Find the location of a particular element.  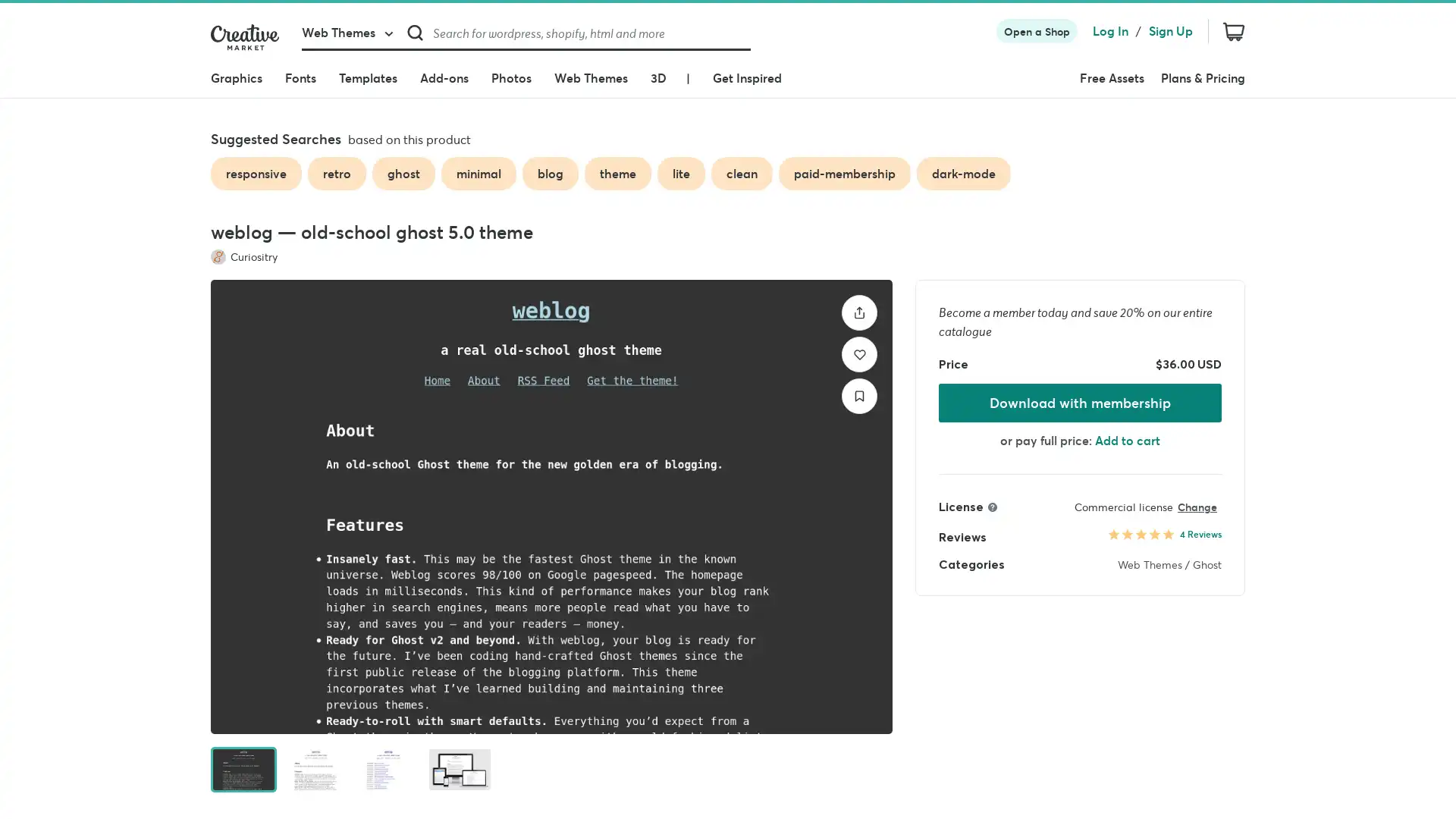

Download with membership is located at coordinates (1079, 401).